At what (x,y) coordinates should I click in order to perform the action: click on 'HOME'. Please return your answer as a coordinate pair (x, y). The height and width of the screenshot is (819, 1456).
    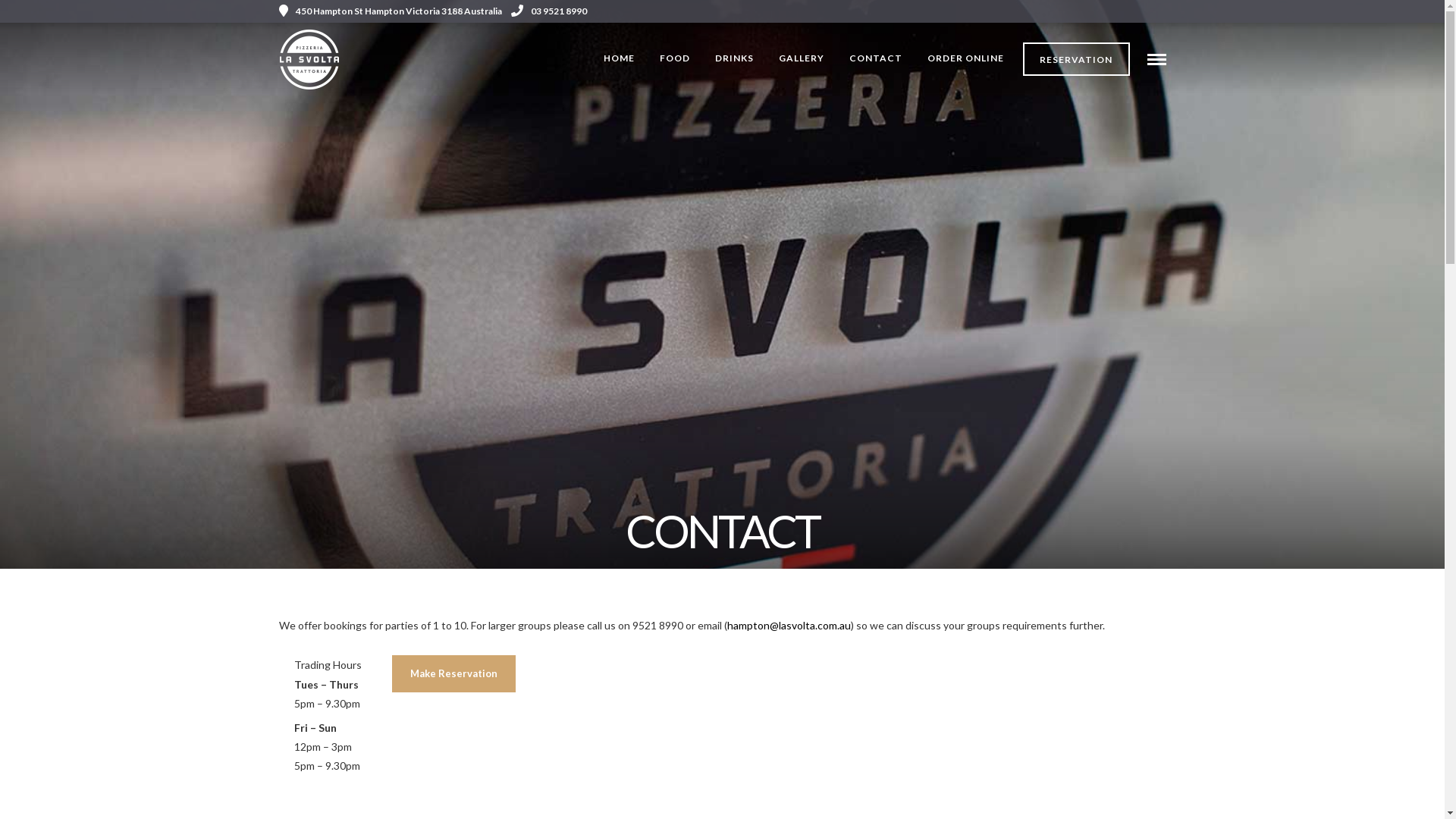
    Looking at the image, I should click on (591, 58).